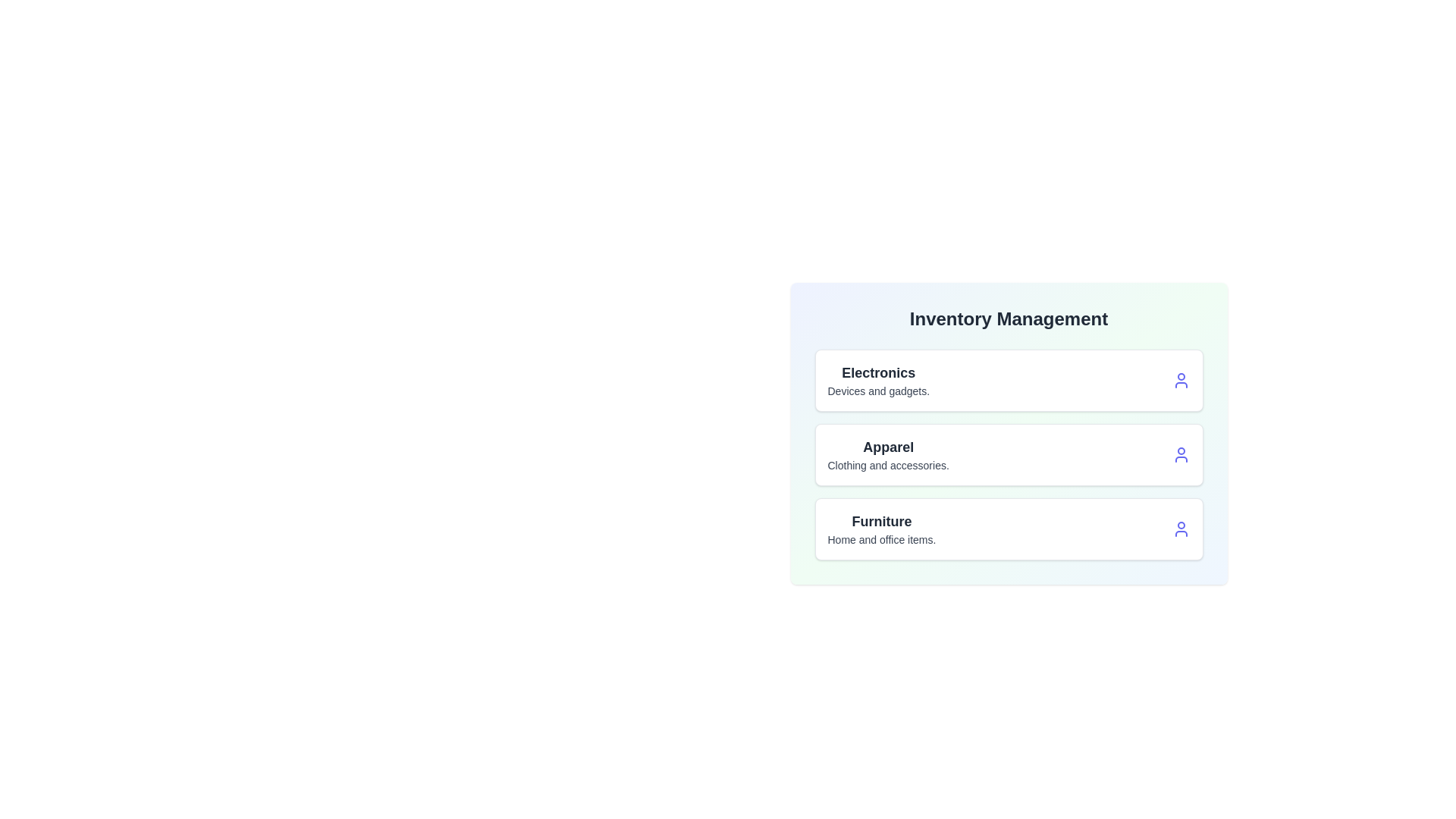 The width and height of the screenshot is (1456, 819). What do you see at coordinates (888, 464) in the screenshot?
I see `the description text of the category Apparel` at bounding box center [888, 464].